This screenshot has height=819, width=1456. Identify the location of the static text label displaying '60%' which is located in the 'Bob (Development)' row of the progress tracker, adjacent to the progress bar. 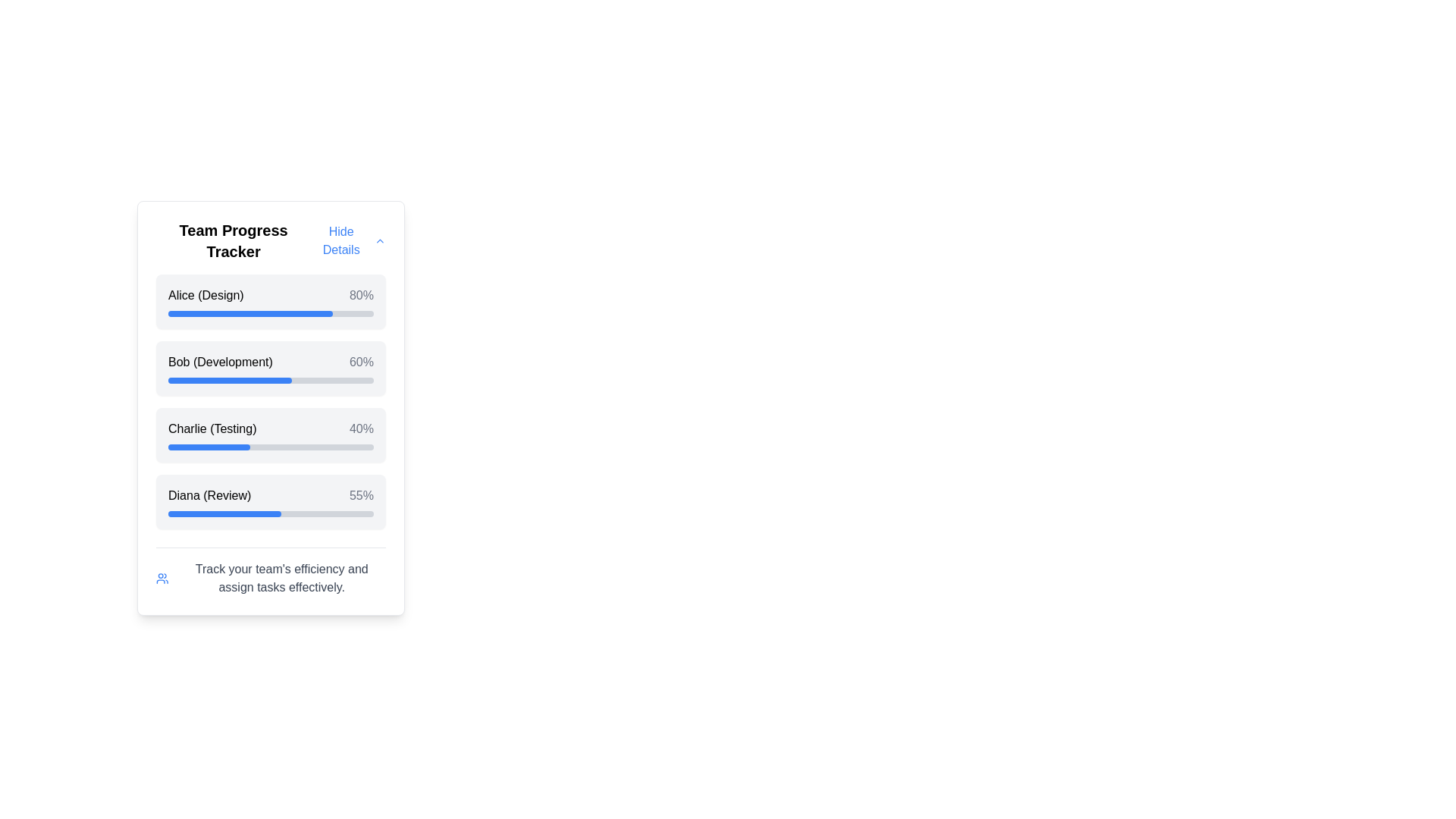
(360, 362).